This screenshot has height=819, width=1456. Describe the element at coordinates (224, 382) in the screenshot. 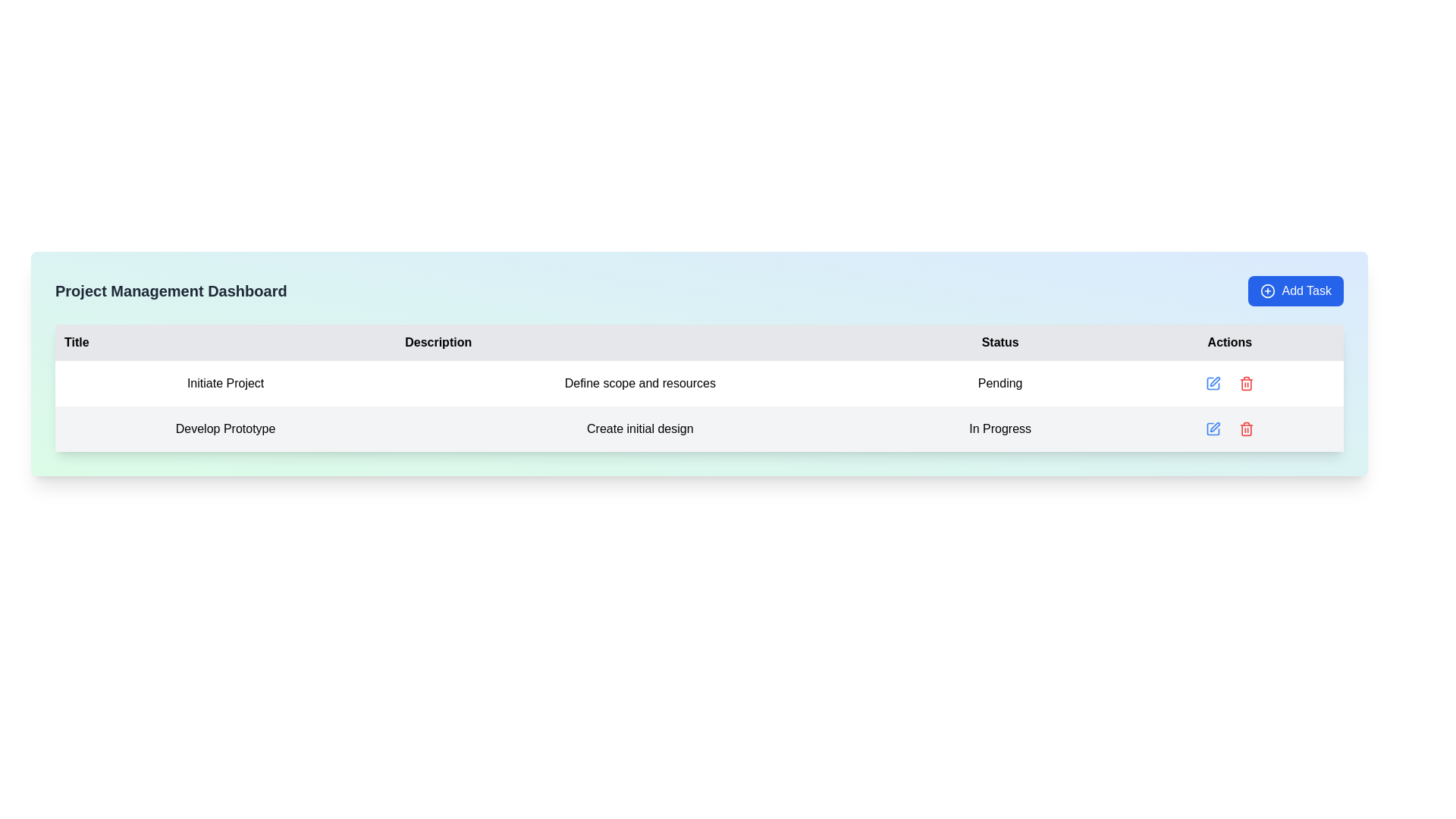

I see `the text label displaying 'Initiate Project' in bold, black font, which is the first element in the 'Title' column of the table` at that location.